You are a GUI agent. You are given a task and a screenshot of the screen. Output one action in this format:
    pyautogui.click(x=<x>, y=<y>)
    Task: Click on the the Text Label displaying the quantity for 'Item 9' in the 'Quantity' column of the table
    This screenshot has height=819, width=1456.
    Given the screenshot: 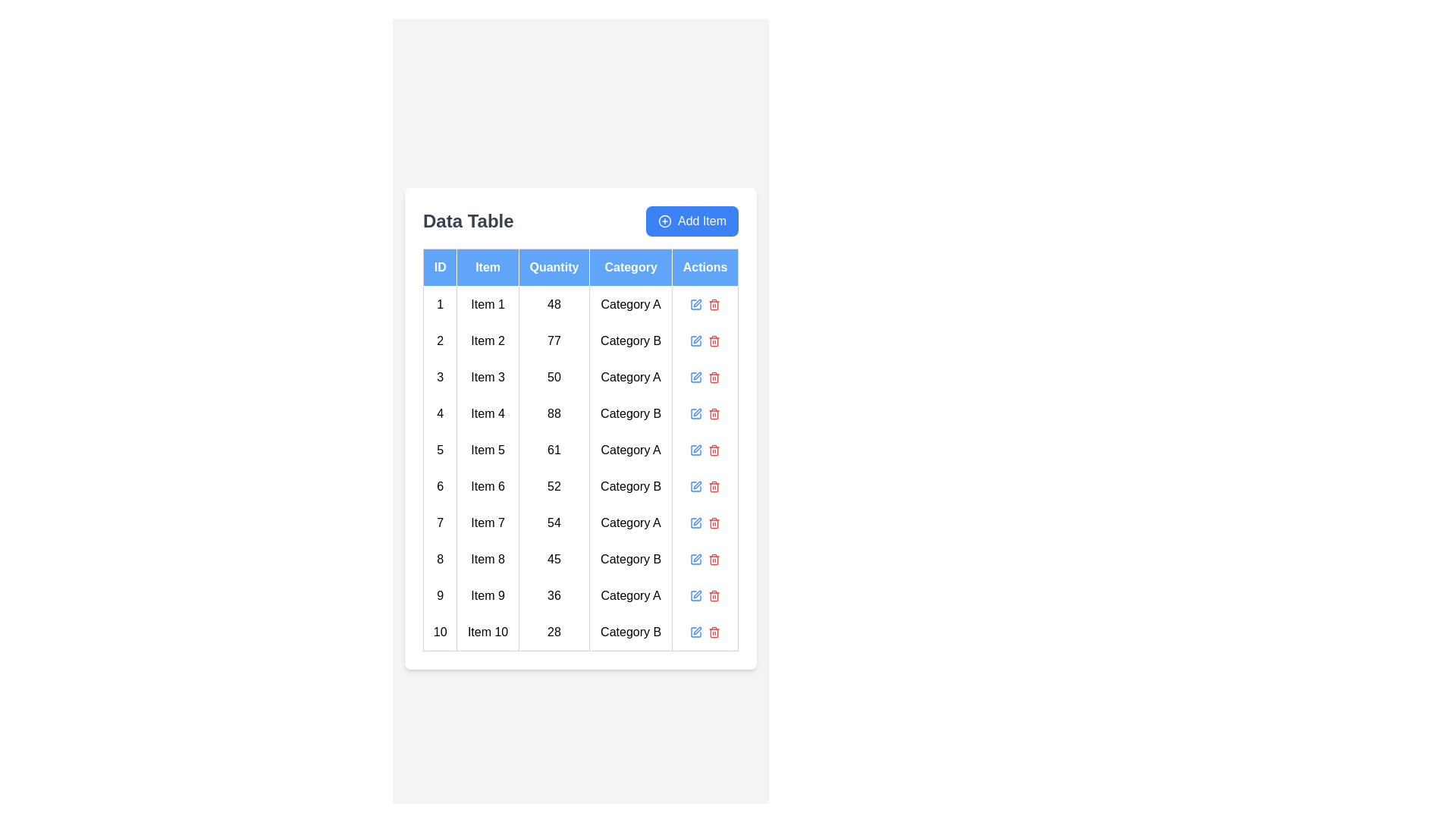 What is the action you would take?
    pyautogui.click(x=553, y=595)
    